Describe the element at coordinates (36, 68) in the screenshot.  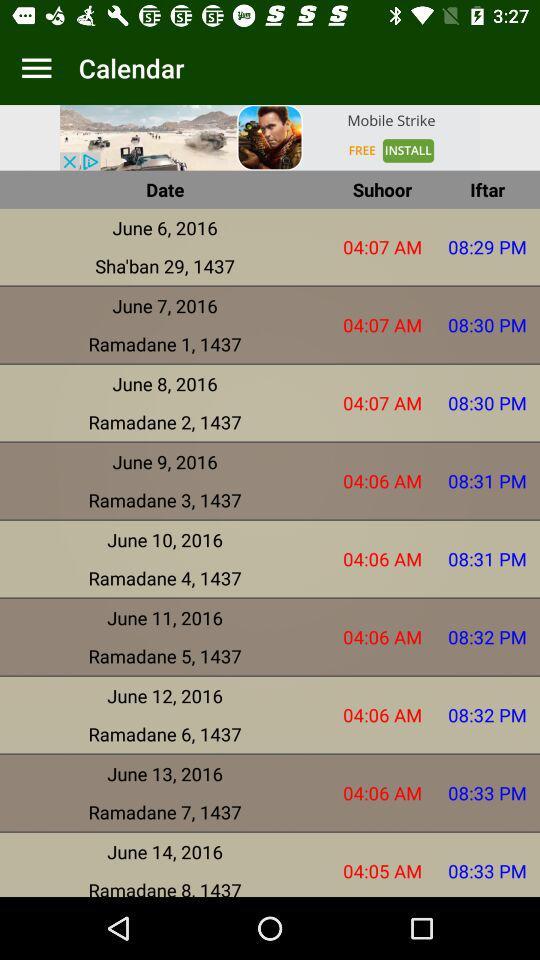
I see `tag to add extensions bar` at that location.